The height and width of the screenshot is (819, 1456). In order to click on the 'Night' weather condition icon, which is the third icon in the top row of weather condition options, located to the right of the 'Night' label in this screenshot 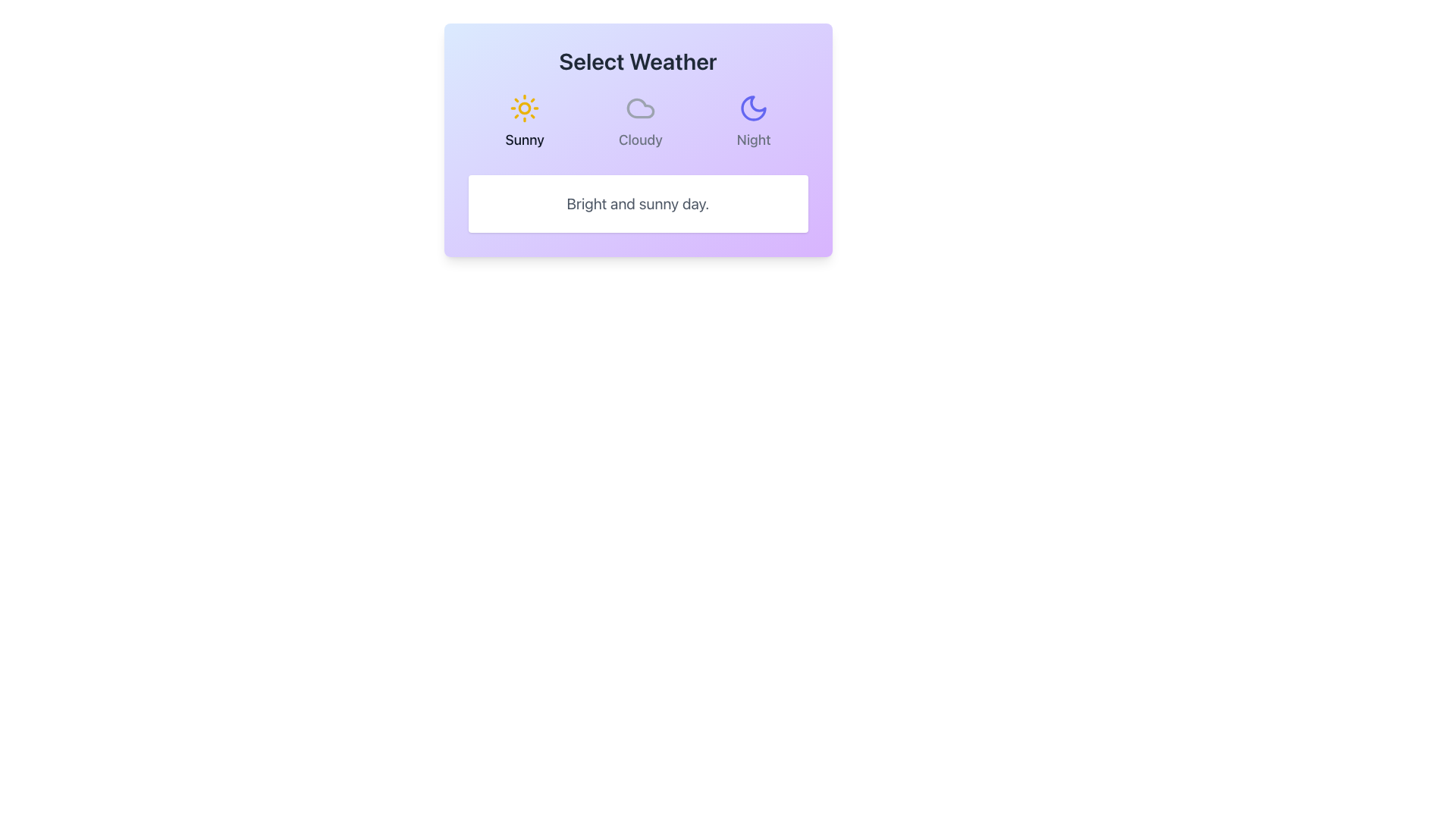, I will do `click(753, 107)`.